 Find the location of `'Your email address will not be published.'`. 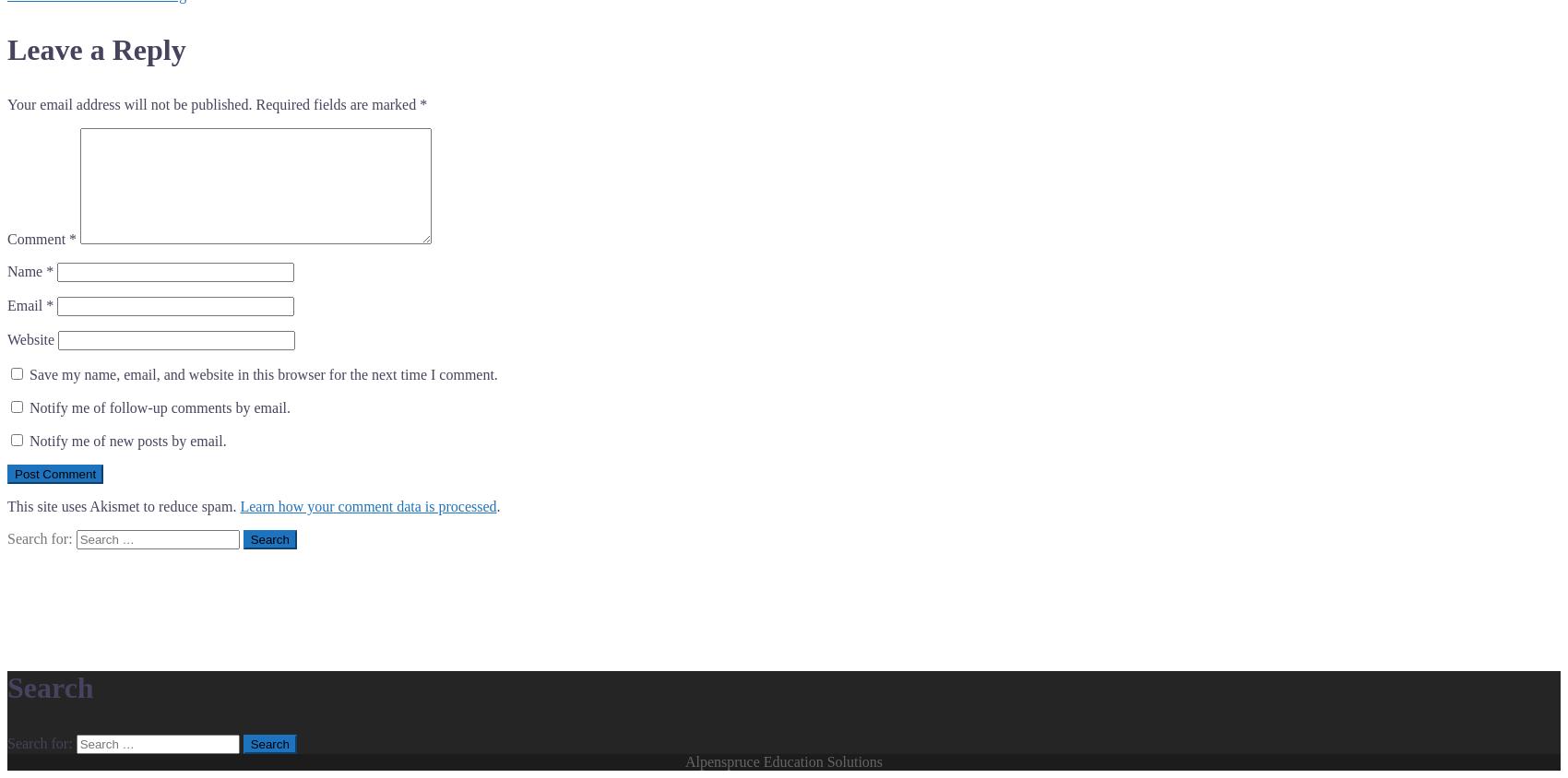

'Your email address will not be published.' is located at coordinates (128, 104).